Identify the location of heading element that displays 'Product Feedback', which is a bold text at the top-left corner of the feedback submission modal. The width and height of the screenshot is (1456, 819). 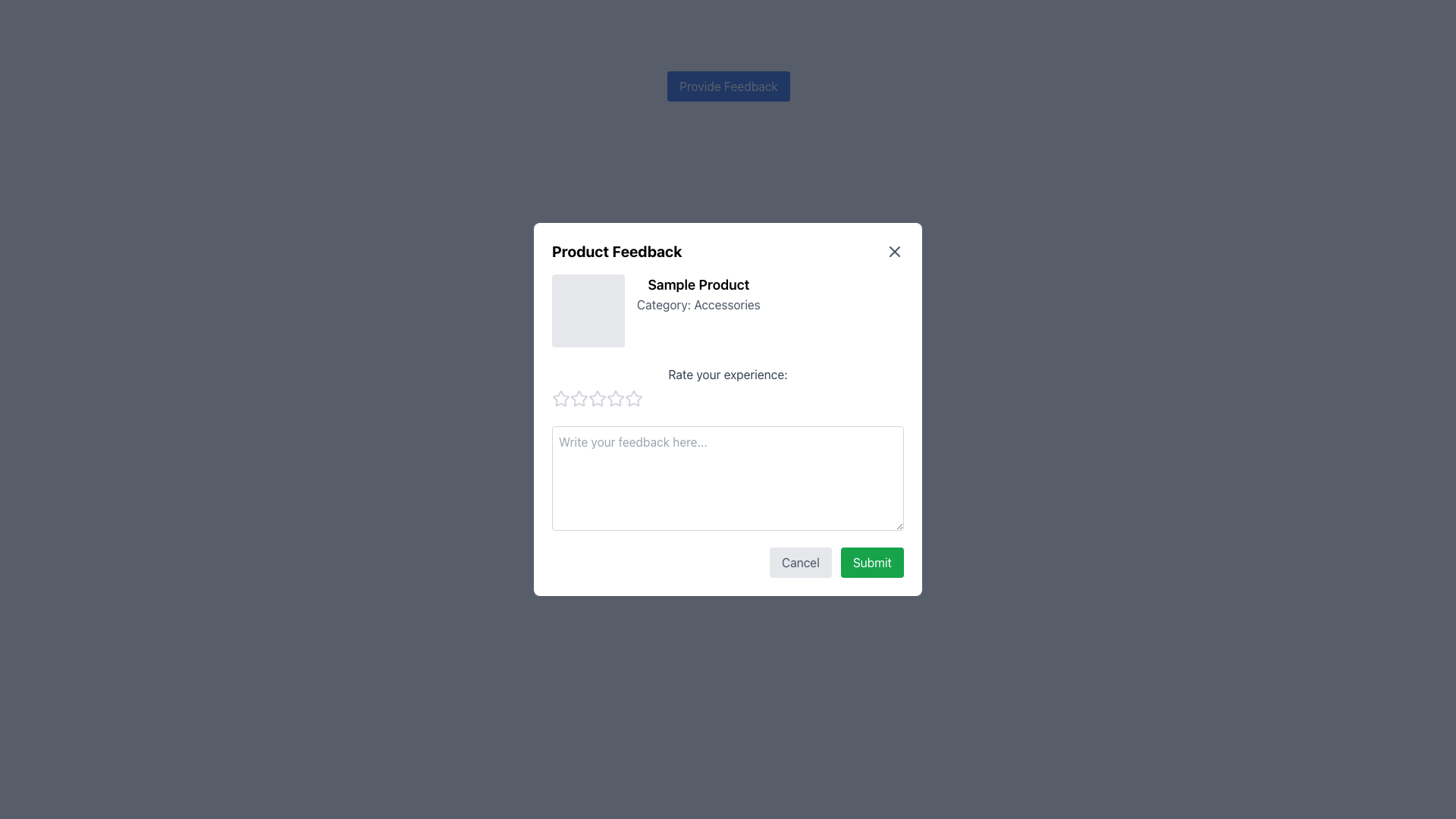
(617, 250).